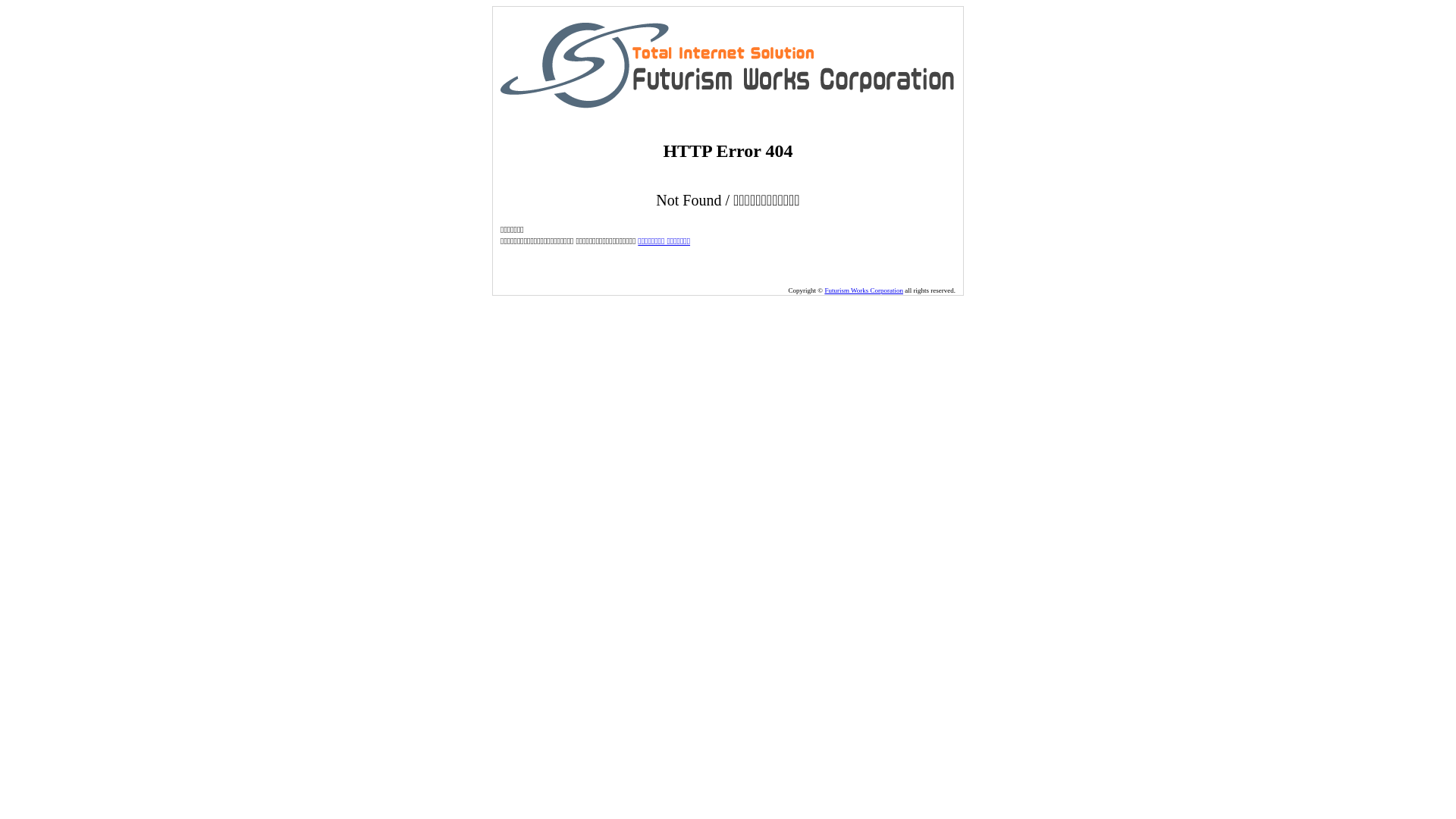 The height and width of the screenshot is (819, 1456). Describe the element at coordinates (823, 290) in the screenshot. I see `'Futurism Works Corporation'` at that location.